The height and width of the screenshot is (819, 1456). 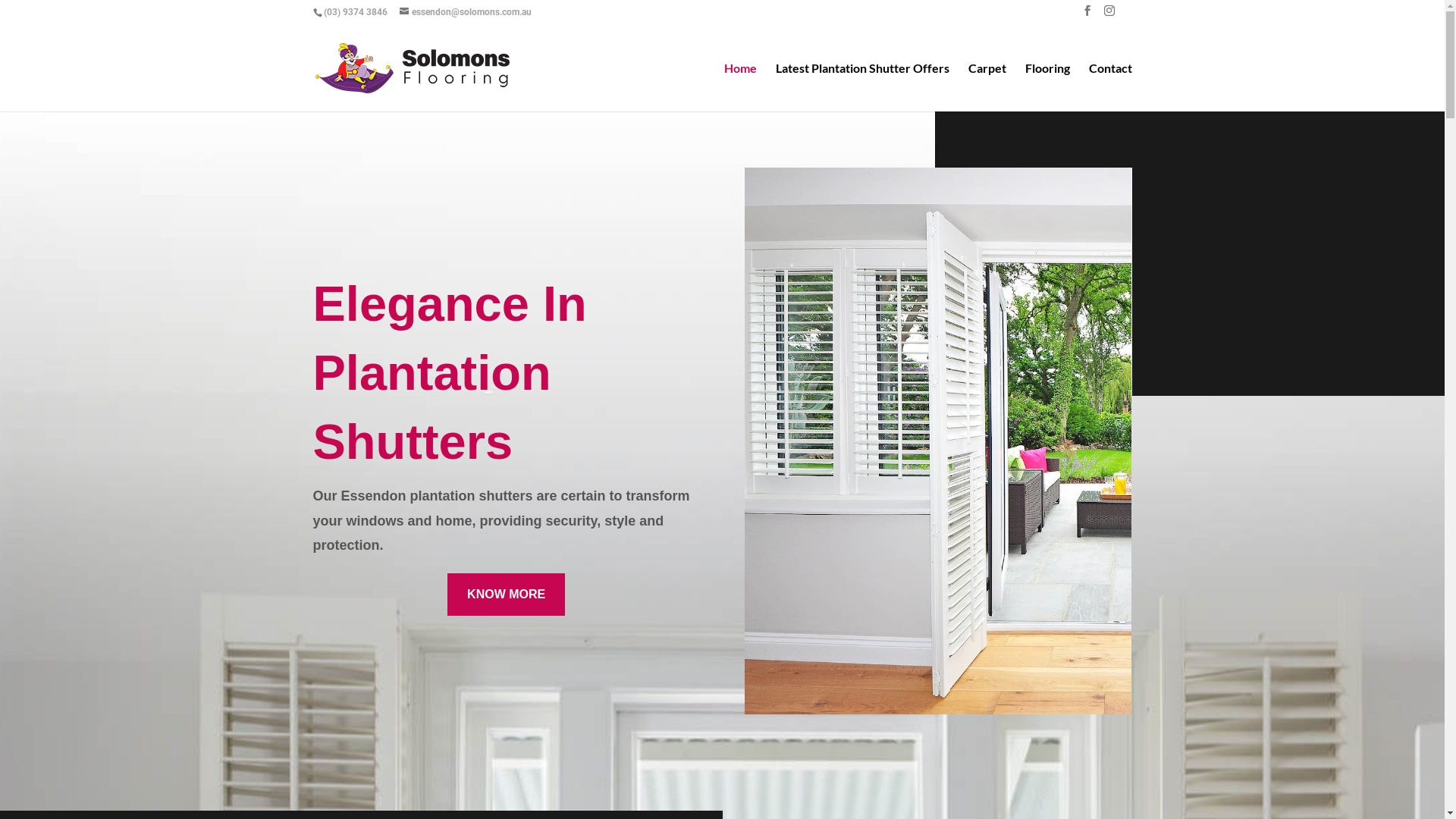 What do you see at coordinates (464, 11) in the screenshot?
I see `'essendon@solomons.com.au'` at bounding box center [464, 11].